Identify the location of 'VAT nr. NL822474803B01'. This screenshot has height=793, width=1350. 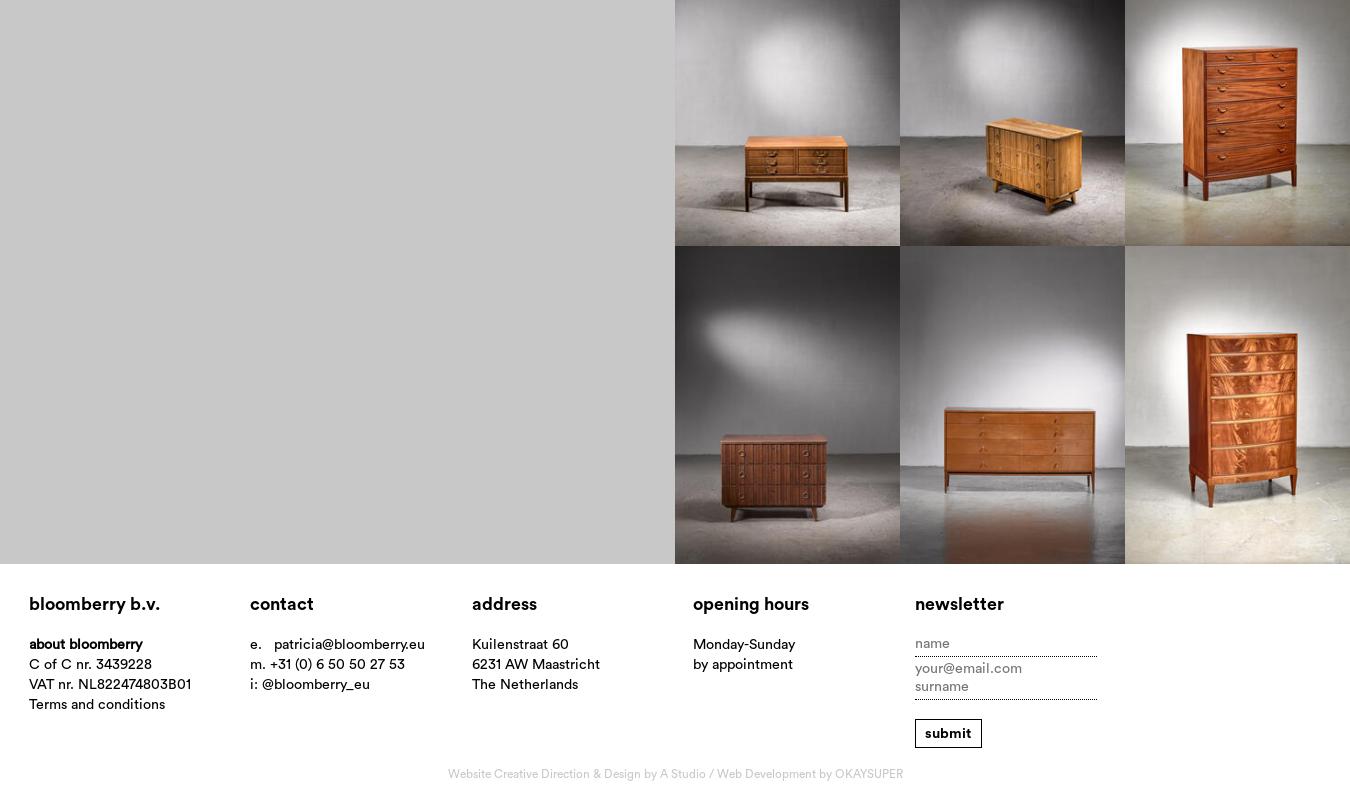
(26, 684).